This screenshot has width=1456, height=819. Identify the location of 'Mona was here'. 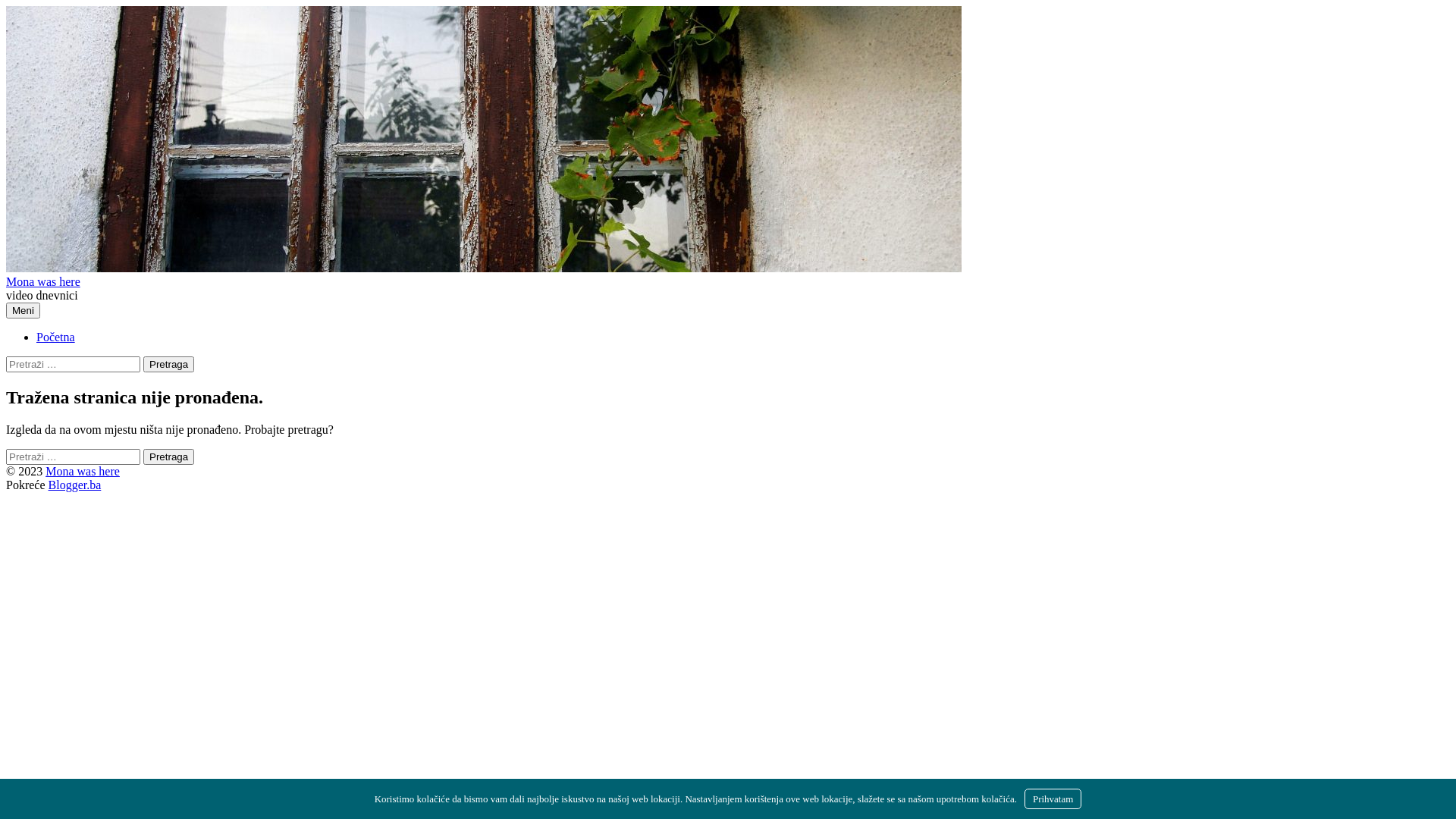
(6, 281).